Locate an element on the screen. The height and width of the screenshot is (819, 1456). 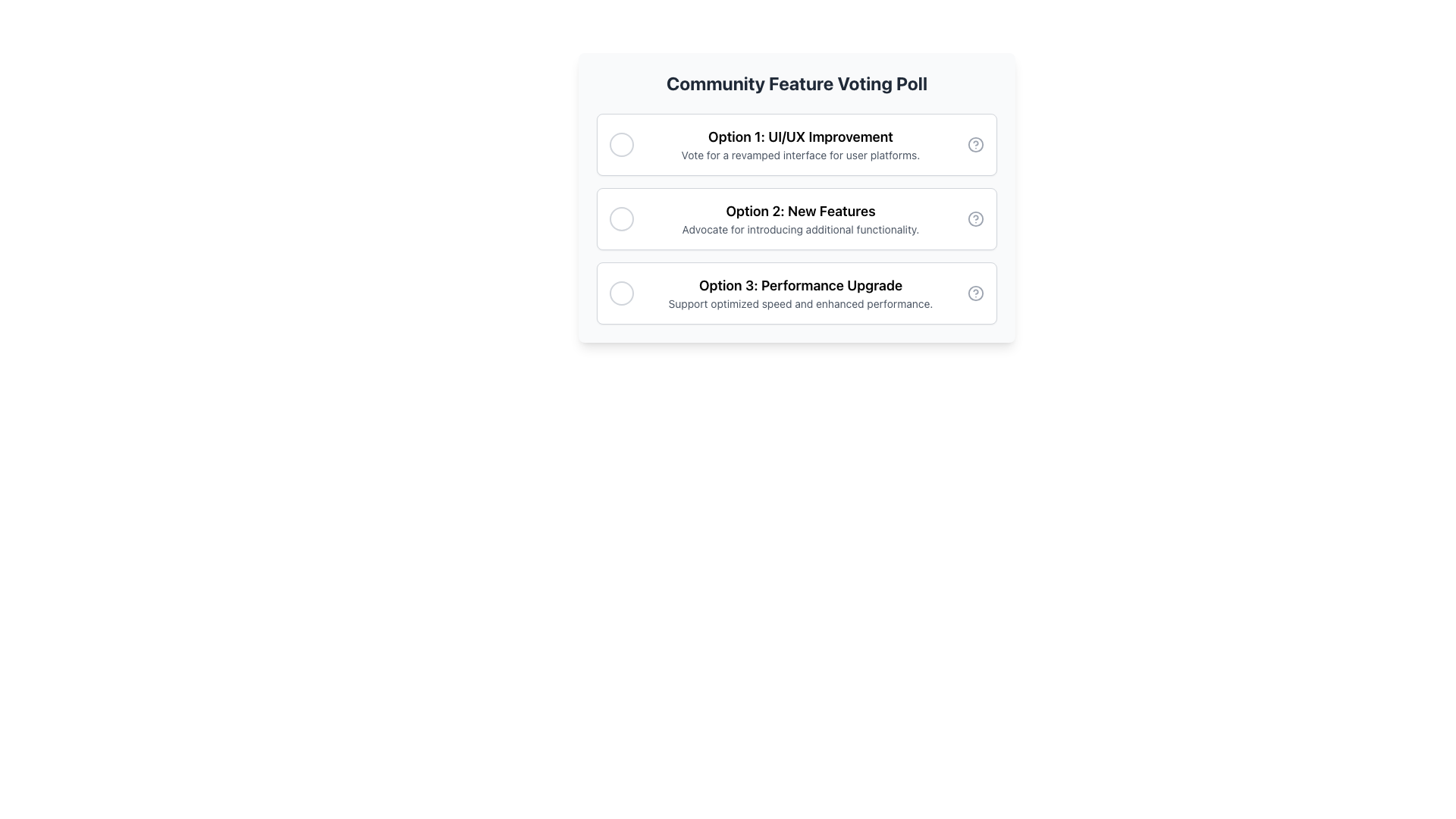
title 'Option 3: Performance Upgrade' and description 'Support optimized speed and enhanced performance.' from the third Option card in the Community Feature Voting Poll is located at coordinates (796, 293).